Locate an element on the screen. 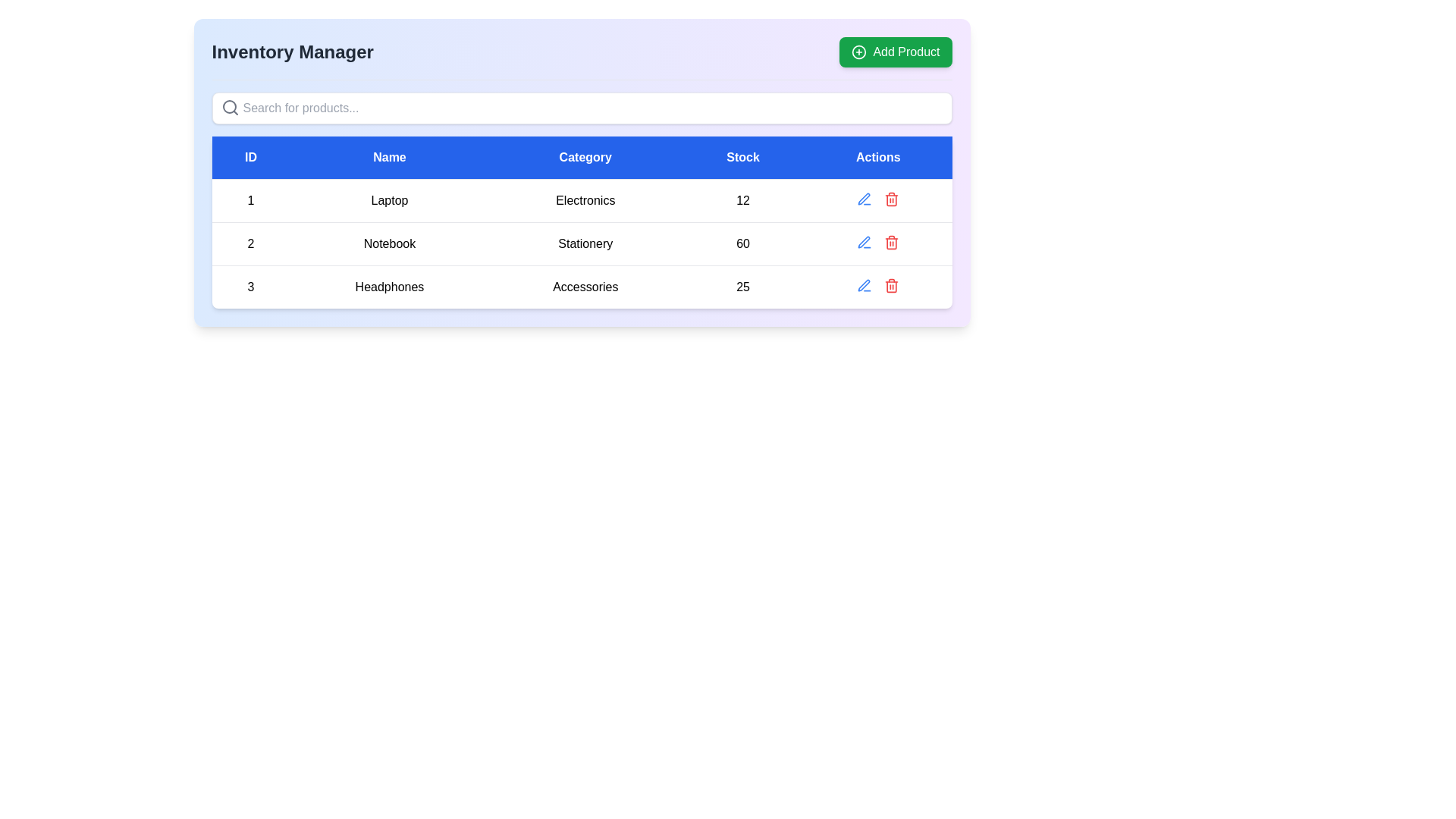 This screenshot has width=1456, height=819. text of the label with a blue background and bold white text that says 'Actions', which is the last column header in the table is located at coordinates (878, 158).